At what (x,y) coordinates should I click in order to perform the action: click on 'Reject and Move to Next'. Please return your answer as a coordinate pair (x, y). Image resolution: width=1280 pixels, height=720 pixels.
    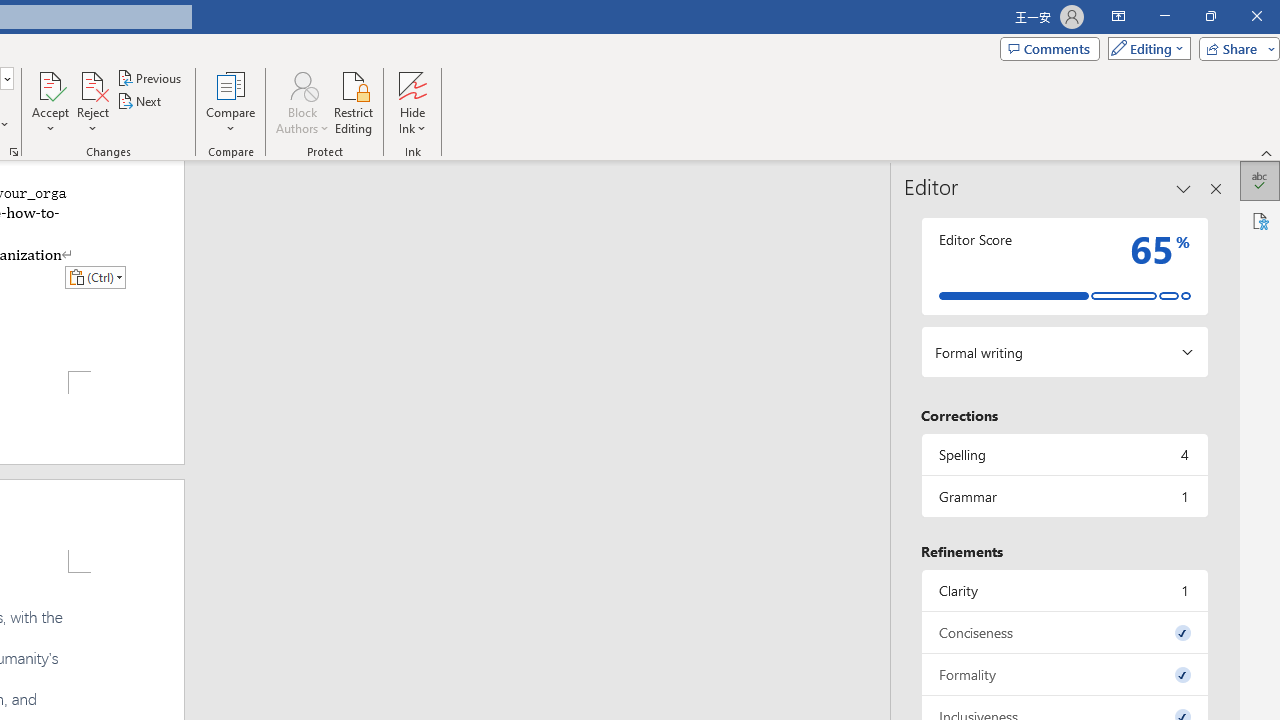
    Looking at the image, I should click on (91, 84).